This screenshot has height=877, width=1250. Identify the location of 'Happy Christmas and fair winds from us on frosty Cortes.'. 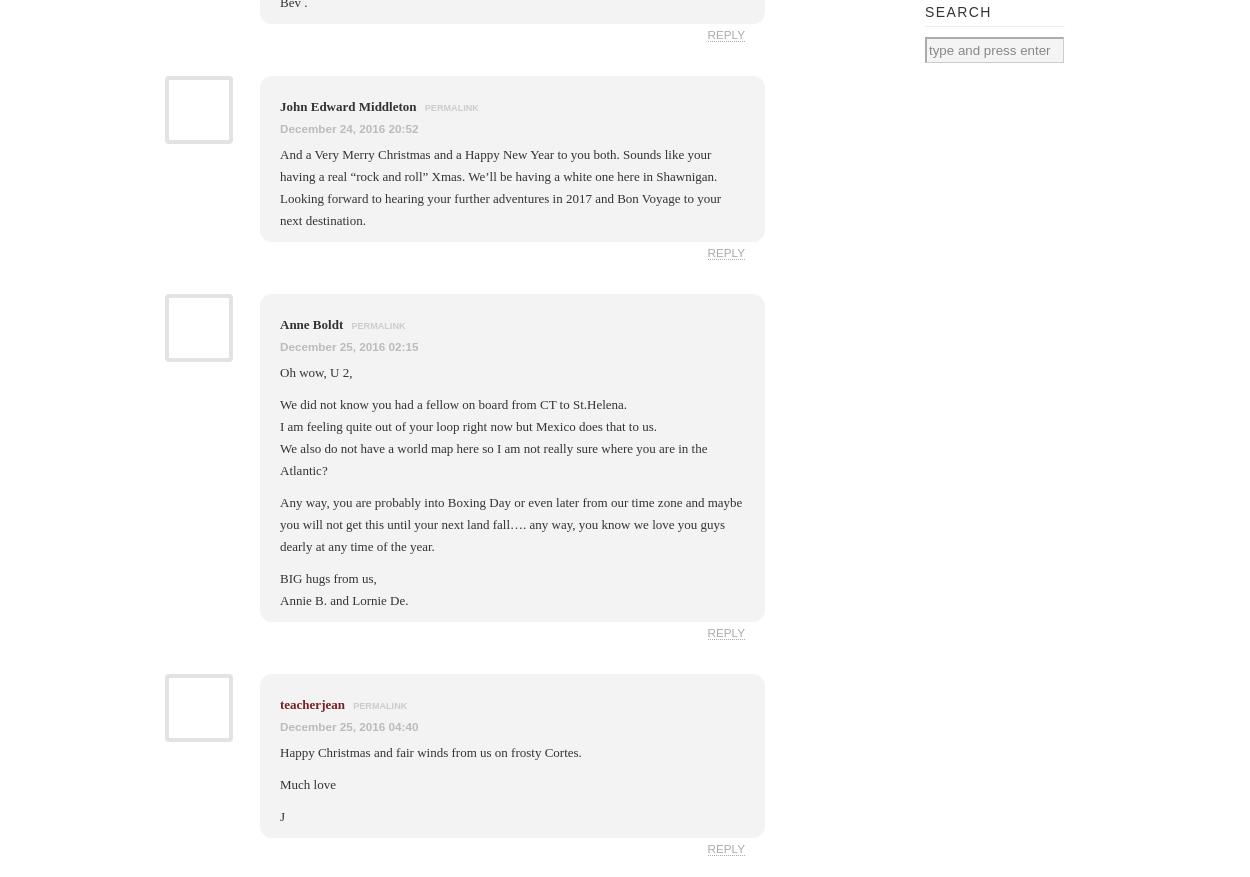
(430, 752).